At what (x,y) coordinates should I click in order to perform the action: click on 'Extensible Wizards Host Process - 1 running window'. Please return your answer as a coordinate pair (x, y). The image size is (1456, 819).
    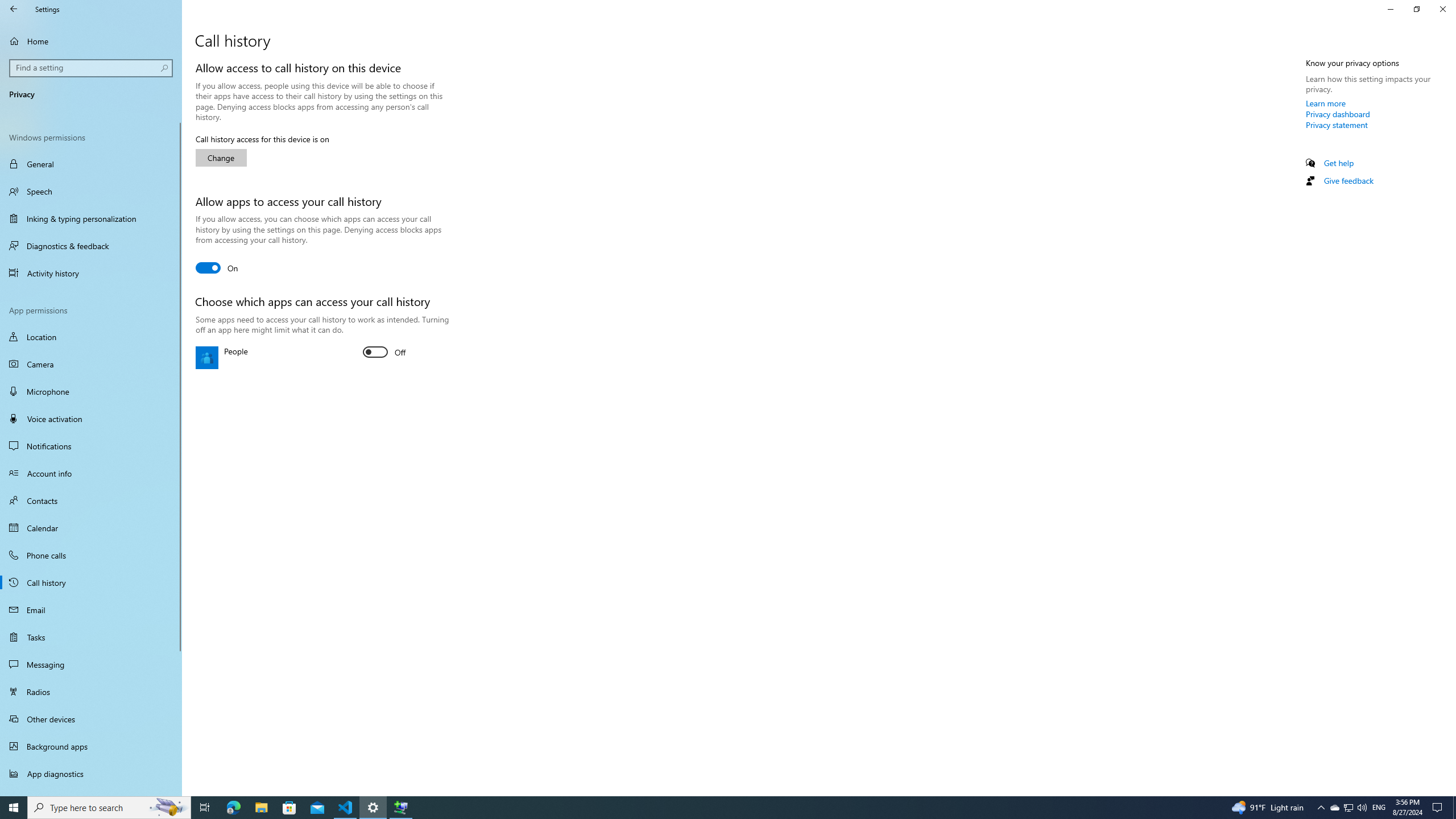
    Looking at the image, I should click on (401, 806).